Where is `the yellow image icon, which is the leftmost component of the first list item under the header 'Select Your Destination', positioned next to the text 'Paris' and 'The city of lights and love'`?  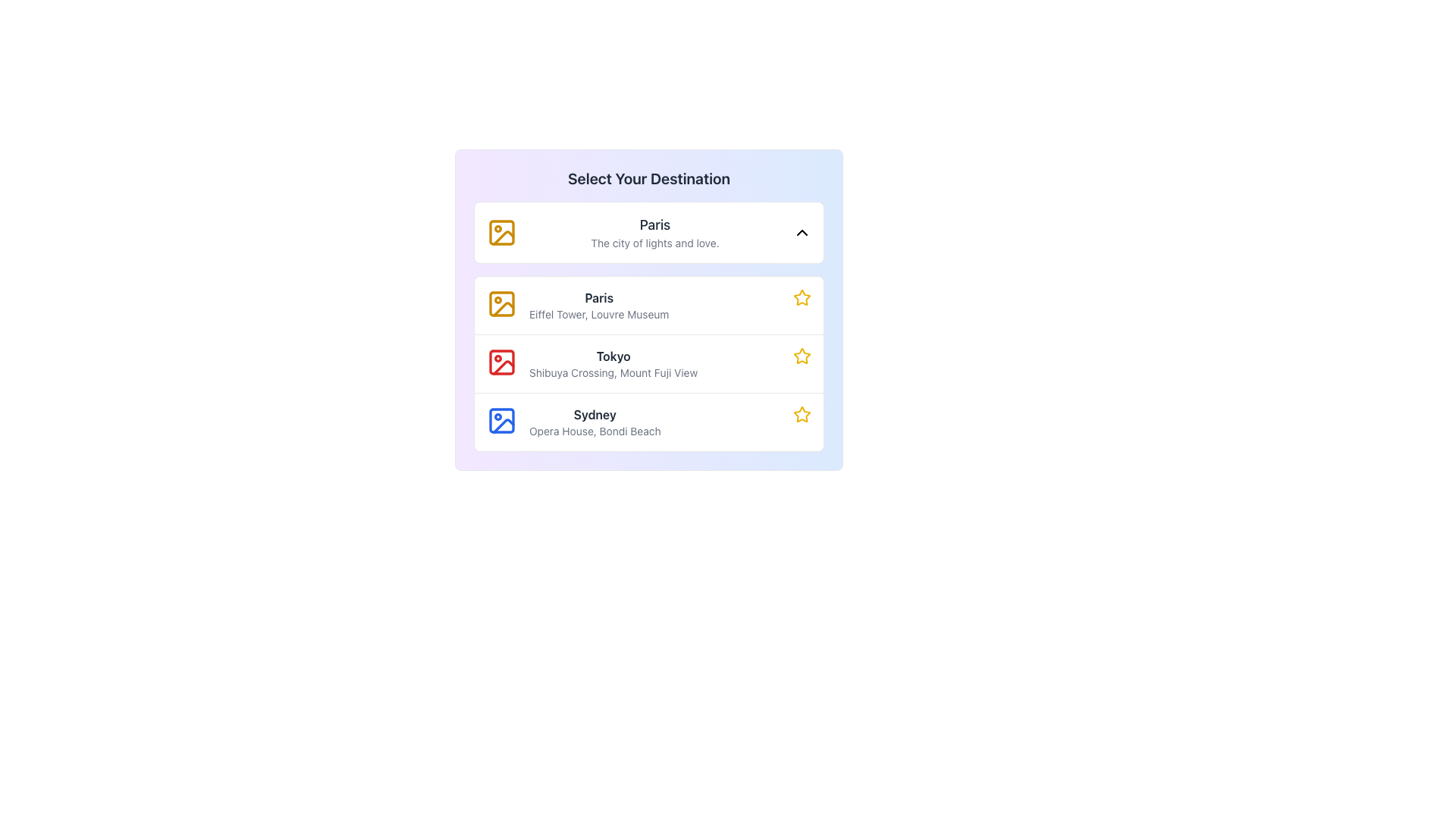
the yellow image icon, which is the leftmost component of the first list item under the header 'Select Your Destination', positioned next to the text 'Paris' and 'The city of lights and love' is located at coordinates (502, 233).